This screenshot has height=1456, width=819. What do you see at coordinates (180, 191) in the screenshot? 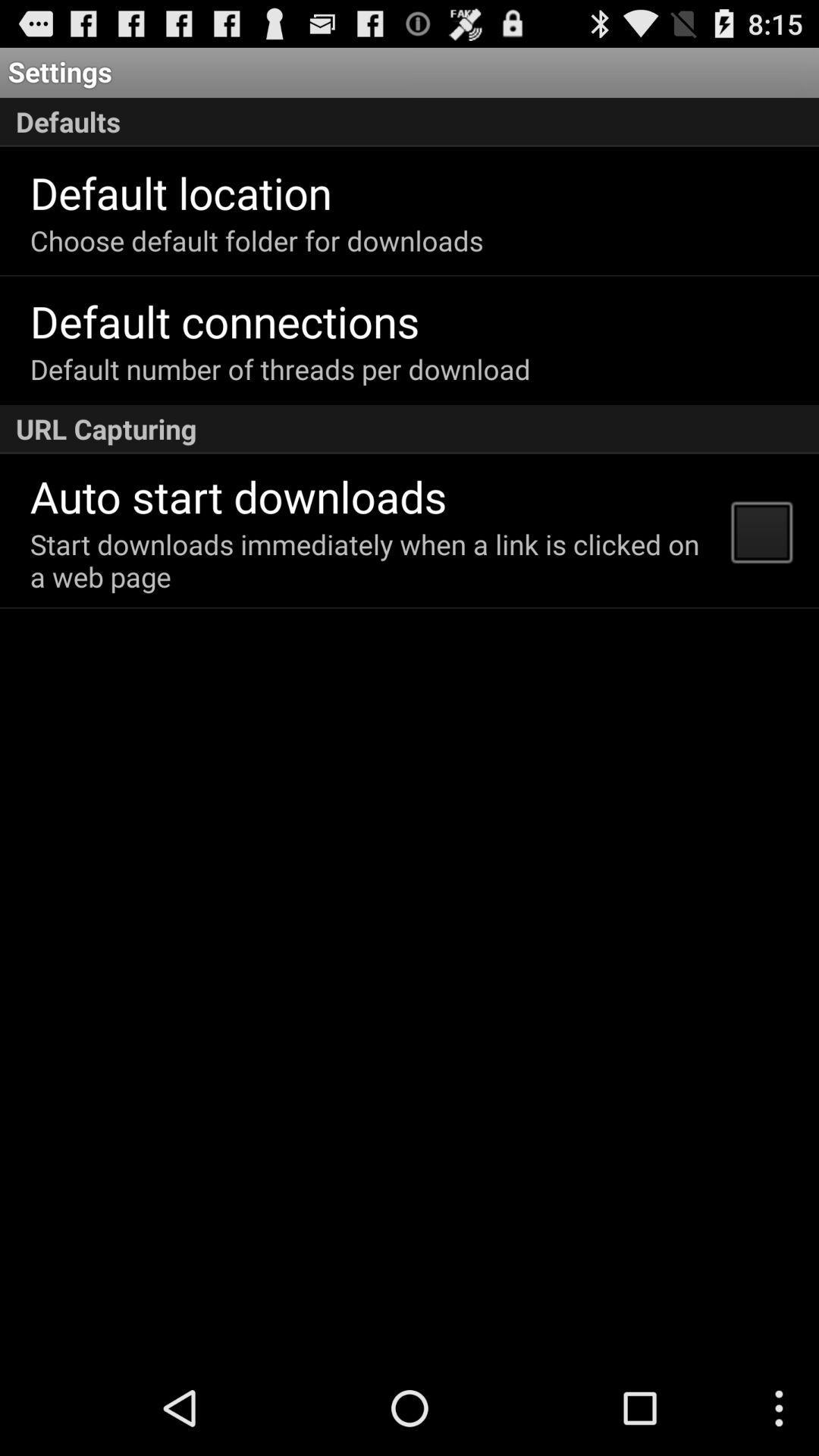
I see `default location item` at bounding box center [180, 191].